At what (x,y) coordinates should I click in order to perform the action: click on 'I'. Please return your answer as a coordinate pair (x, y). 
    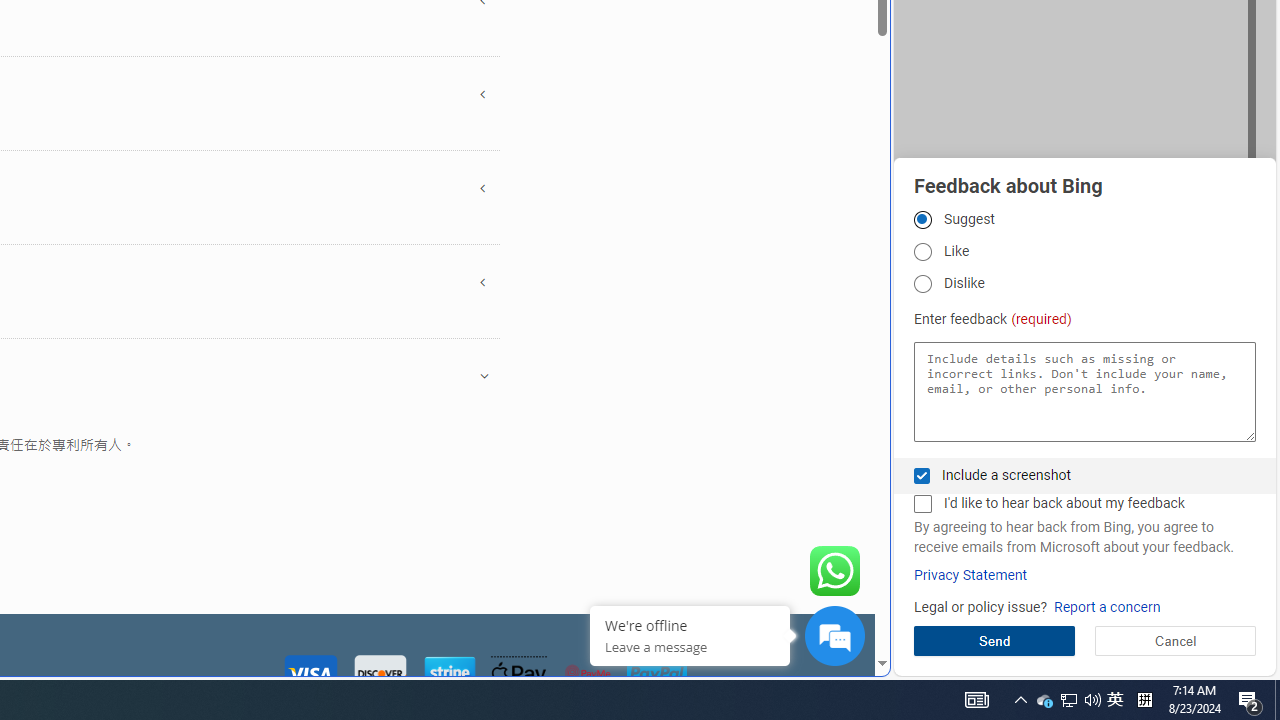
    Looking at the image, I should click on (921, 502).